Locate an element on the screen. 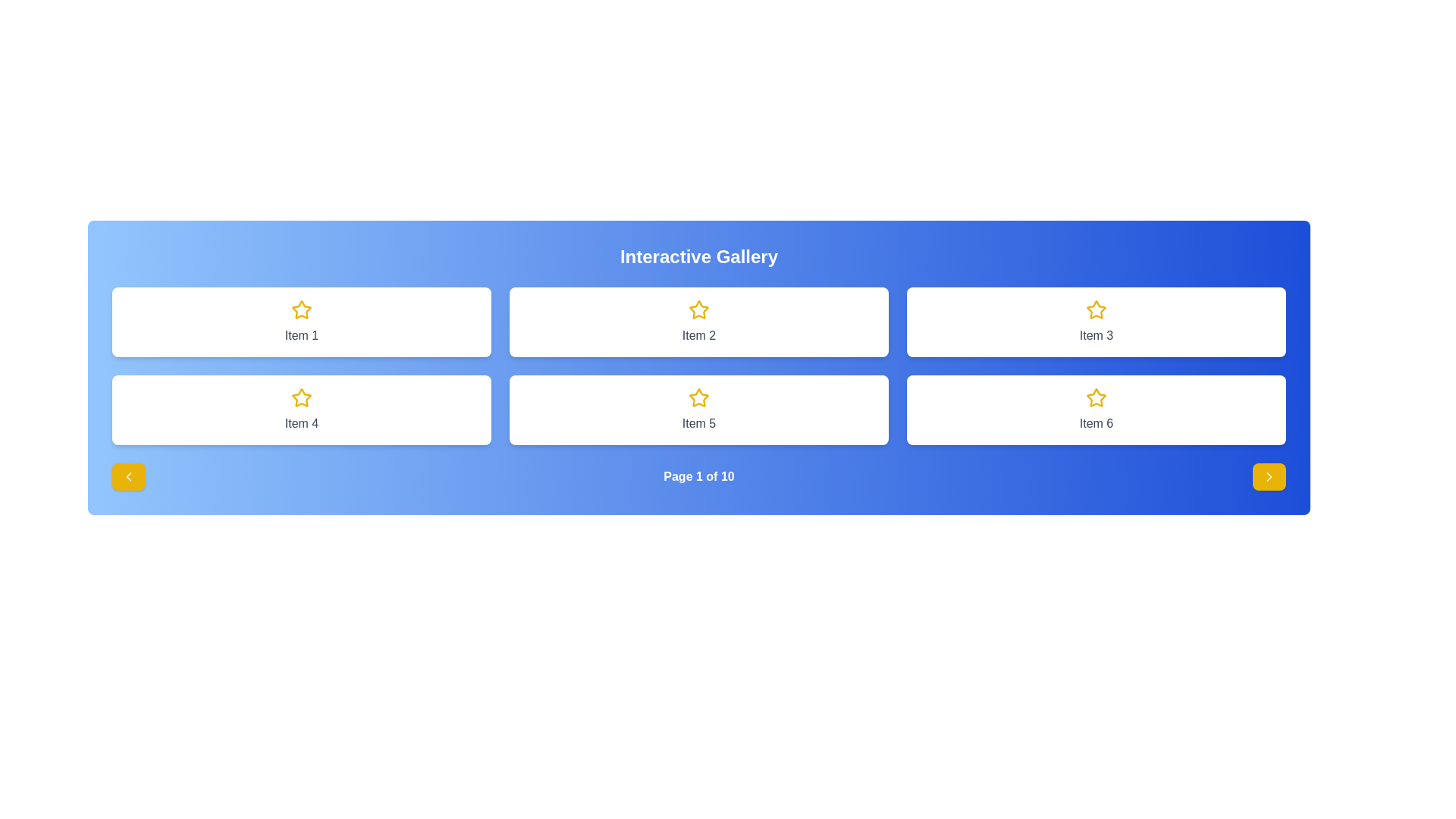 This screenshot has height=819, width=1456. the text element that labels an item in the gallery, located in the second column of the top row in the grid layout is located at coordinates (698, 335).